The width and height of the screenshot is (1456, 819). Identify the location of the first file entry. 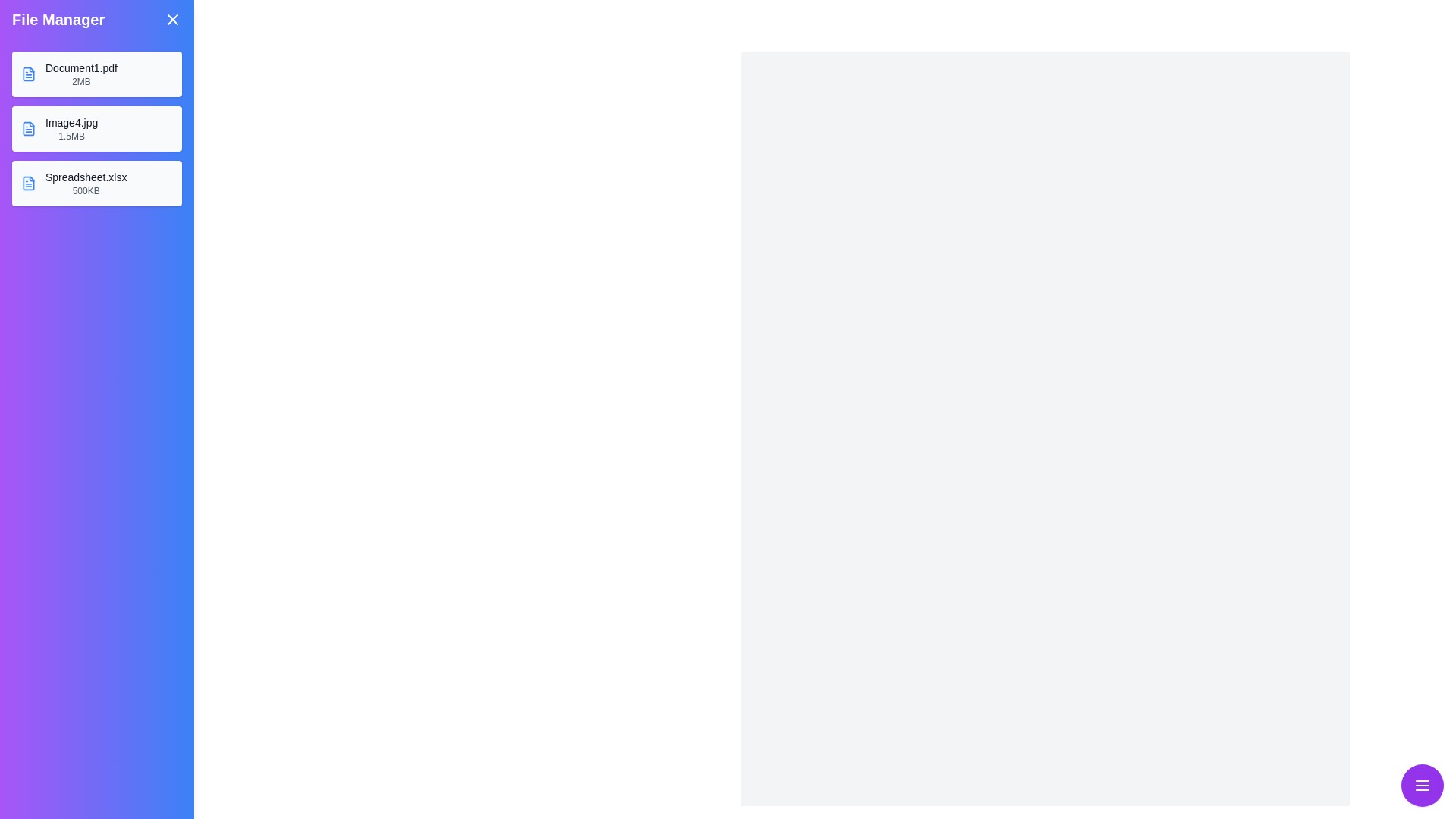
(96, 74).